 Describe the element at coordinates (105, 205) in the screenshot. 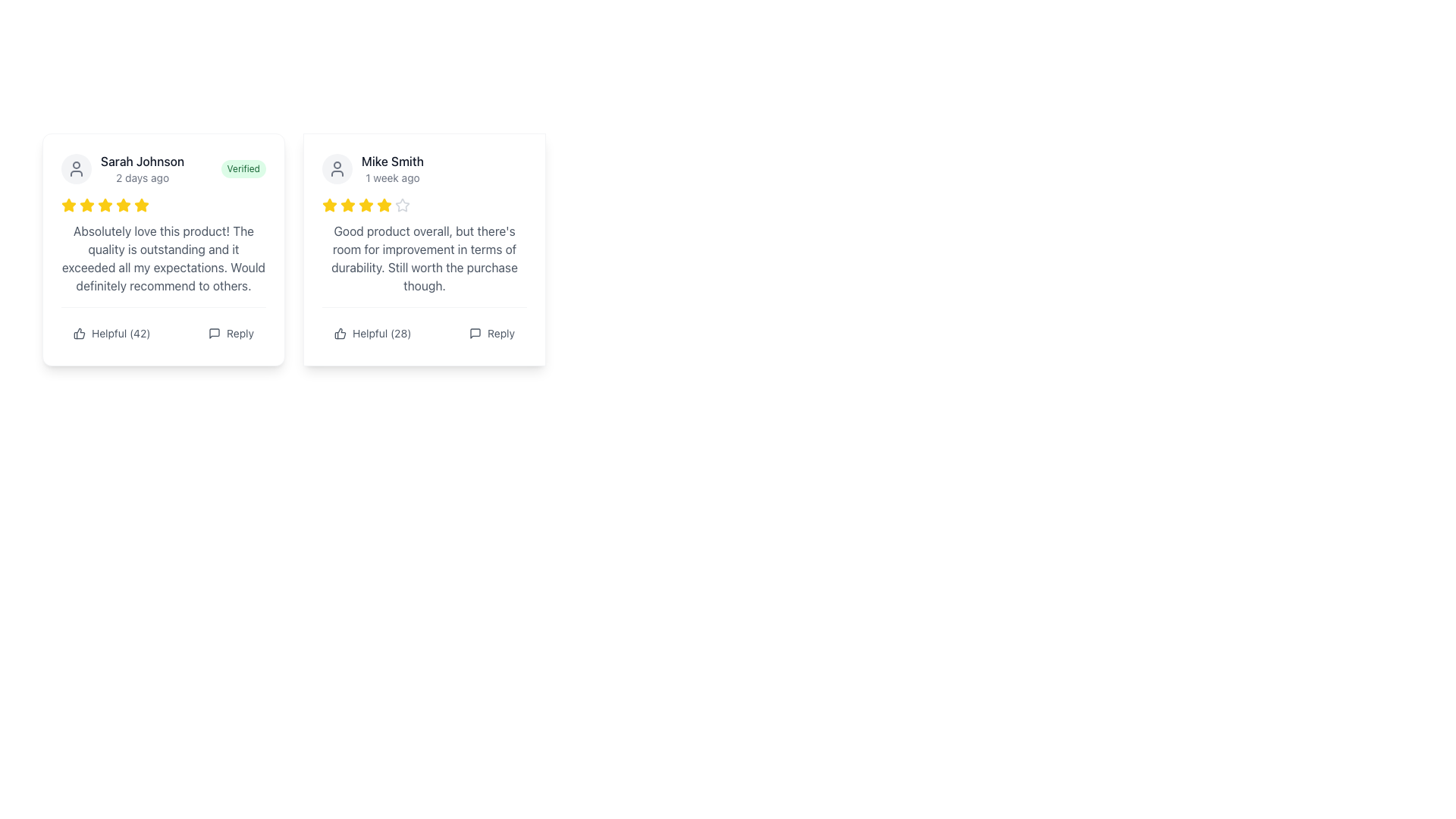

I see `the fourth star icon in the sequence of five stars representing a rating or review value given by the user for the product or service, located in the review card provided by 'Sarah Johnson'` at that location.